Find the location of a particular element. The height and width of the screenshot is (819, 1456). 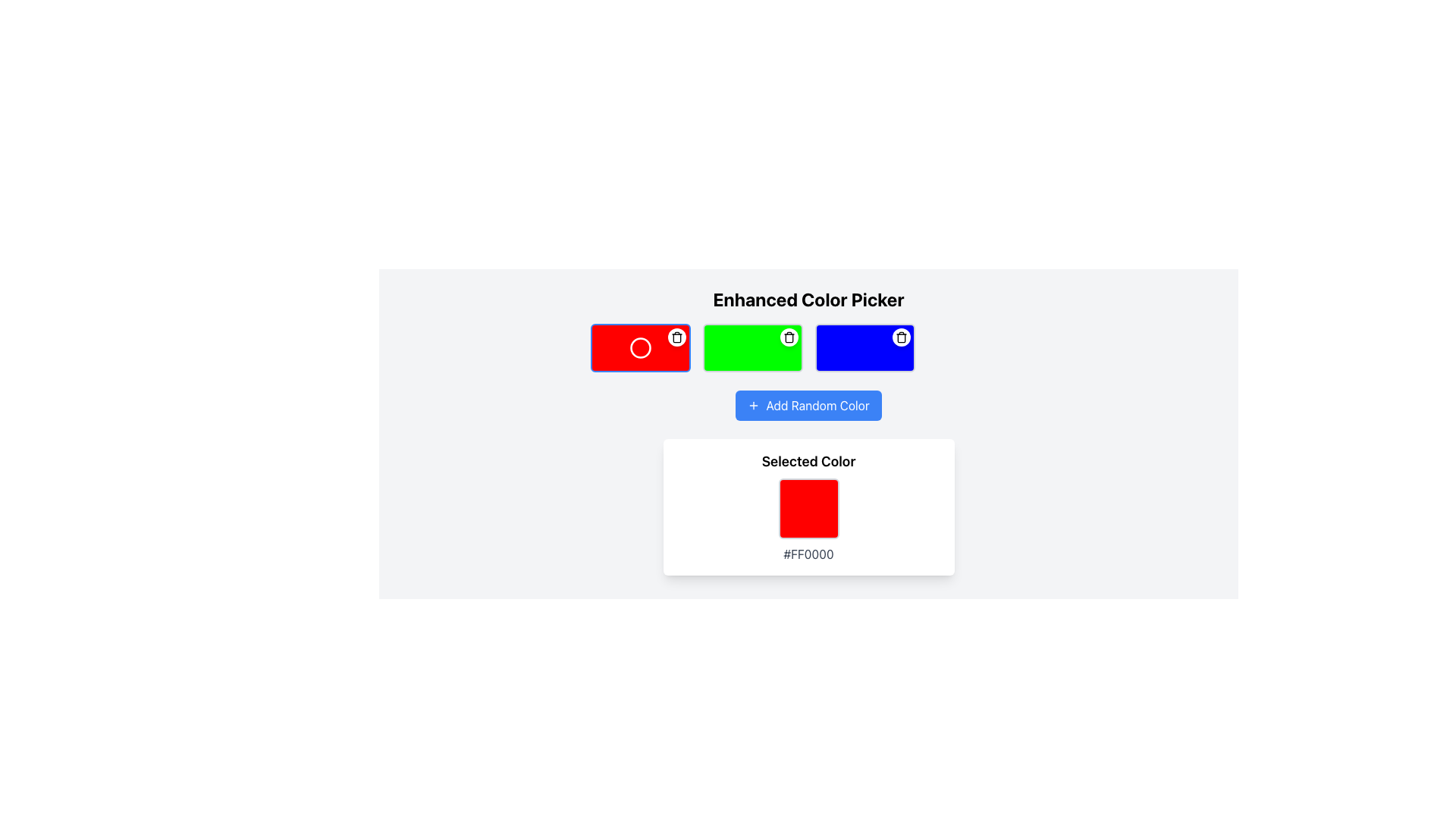

the 'Add Random Color' button, which is a rectangular button with a blue background and a white text label is located at coordinates (808, 405).